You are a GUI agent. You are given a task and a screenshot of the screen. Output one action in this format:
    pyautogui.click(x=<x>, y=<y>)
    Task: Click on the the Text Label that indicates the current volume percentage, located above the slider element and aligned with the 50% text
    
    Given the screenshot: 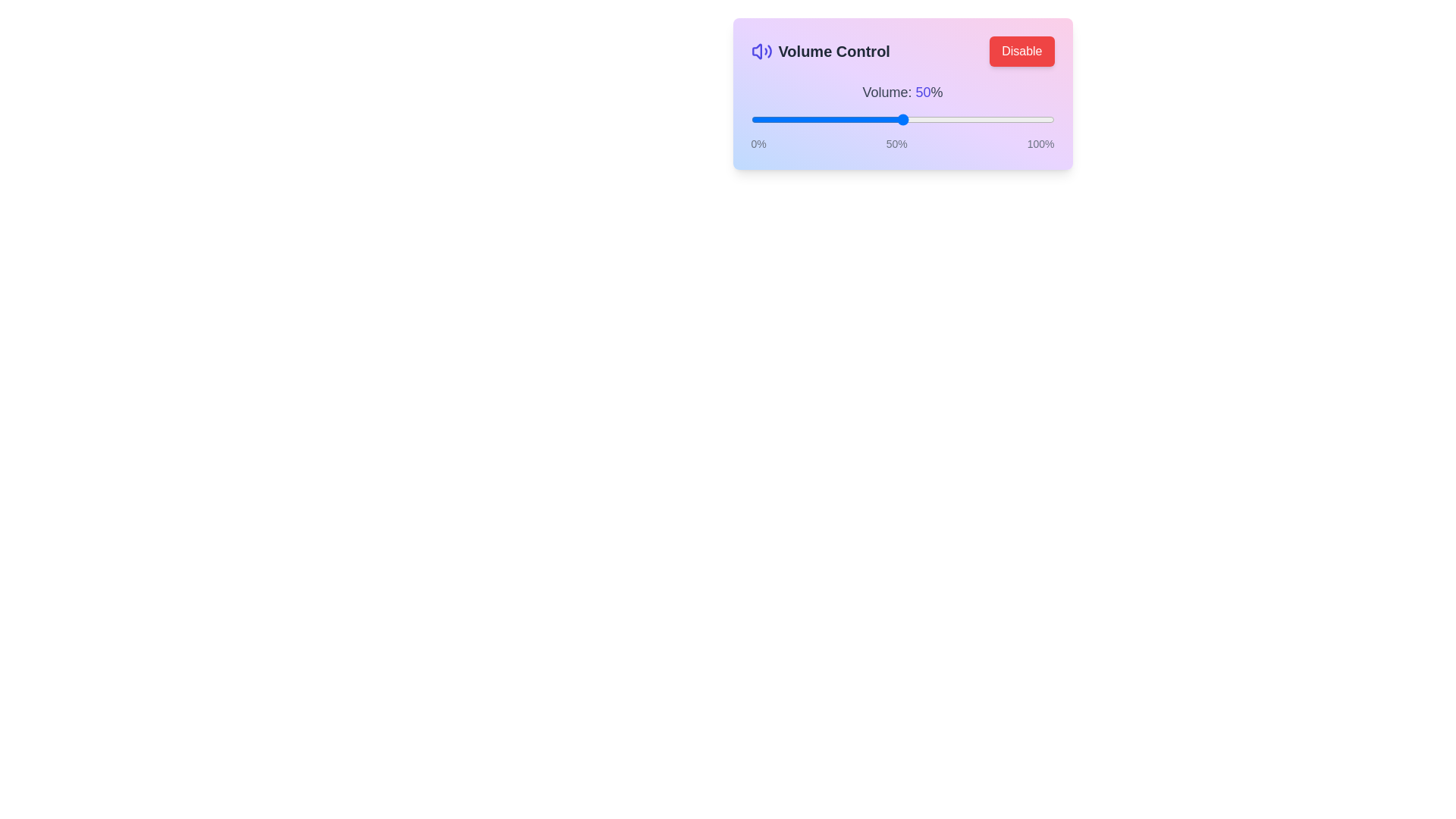 What is the action you would take?
    pyautogui.click(x=902, y=93)
    